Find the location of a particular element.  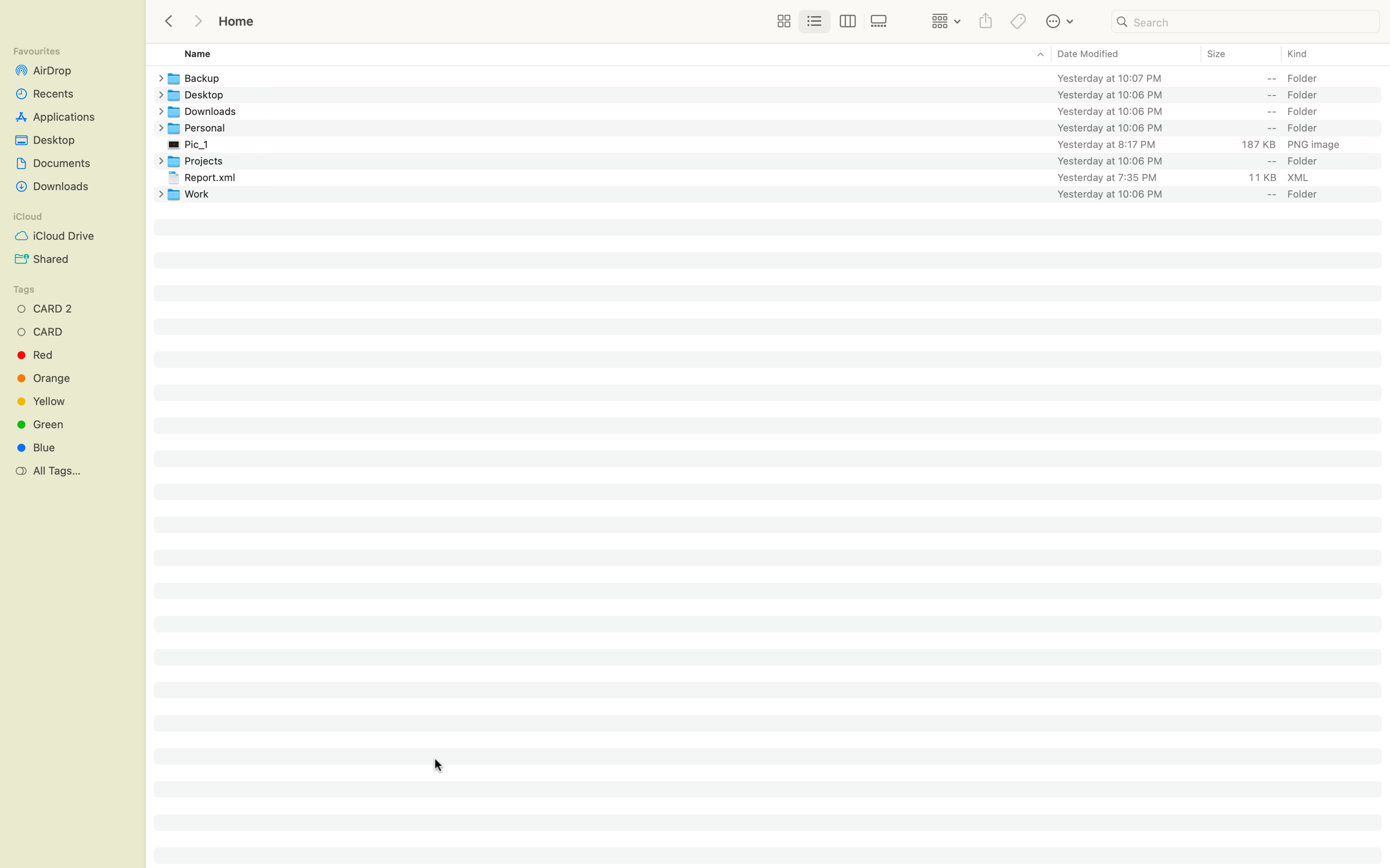

Enter into the Work folder and then retreat to the formerly accessed folder is located at coordinates (777, 193).